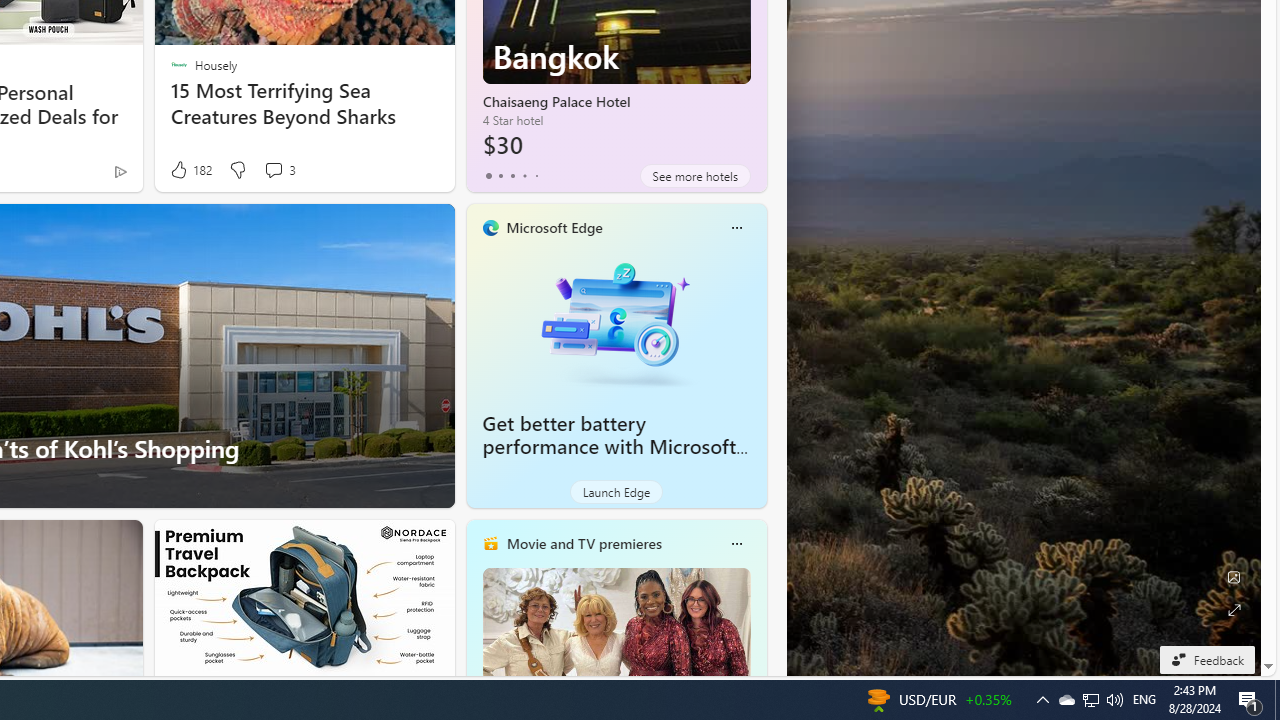 The width and height of the screenshot is (1280, 720). Describe the element at coordinates (615, 320) in the screenshot. I see `'Get better battery performance with Microsoft Edge'` at that location.